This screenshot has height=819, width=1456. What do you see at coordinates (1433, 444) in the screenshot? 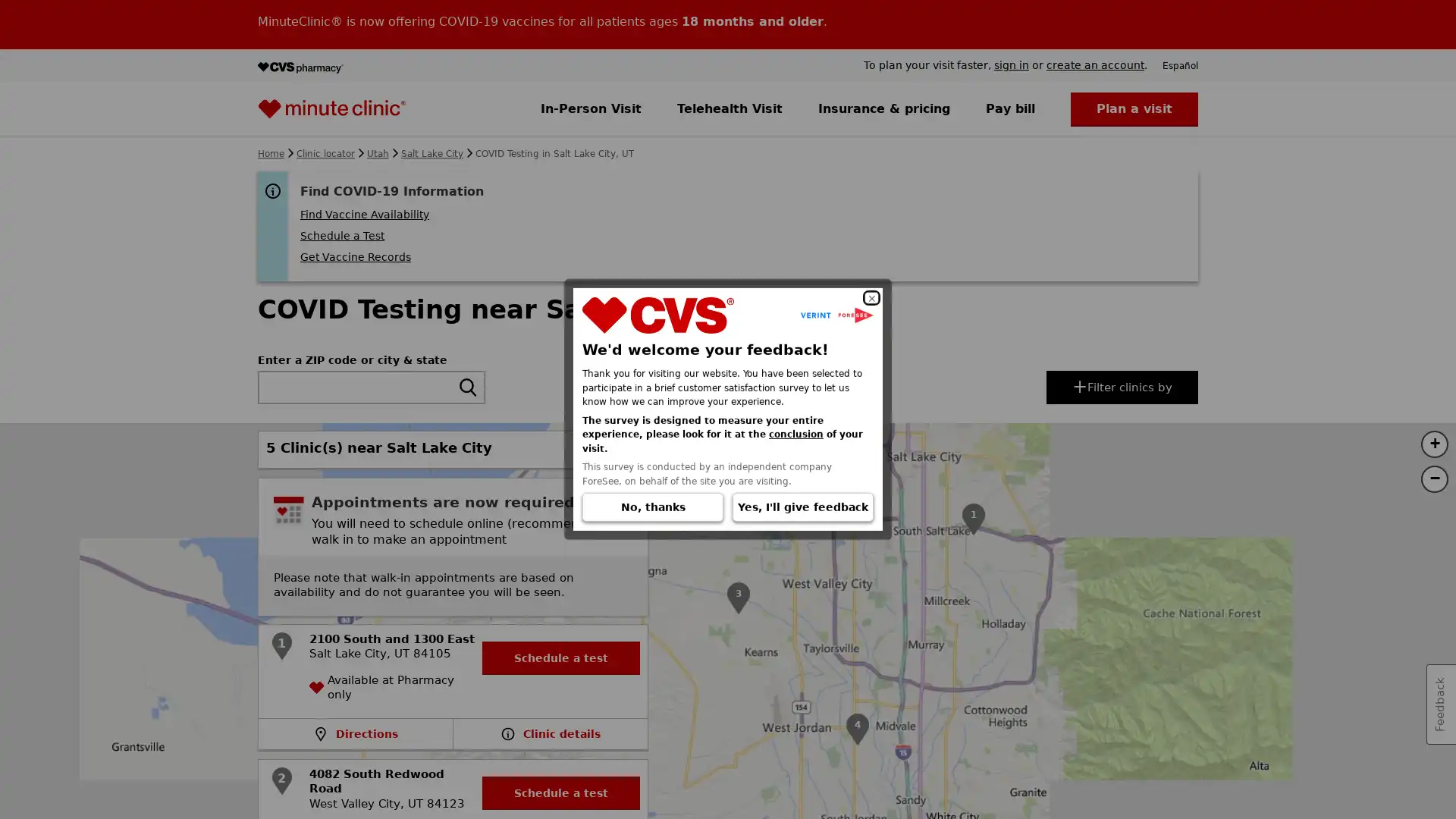
I see `Zoom in` at bounding box center [1433, 444].